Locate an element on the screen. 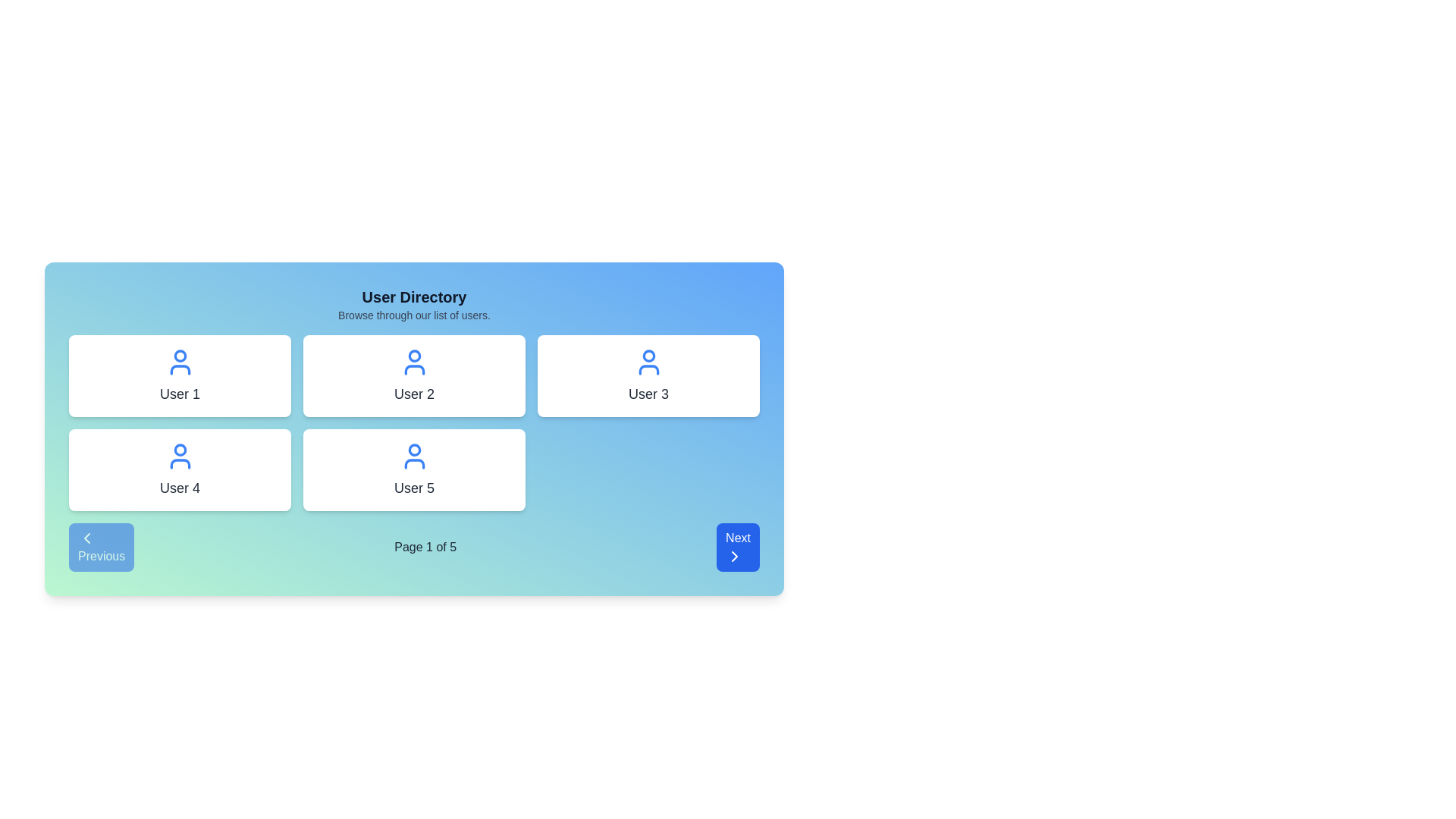 Image resolution: width=1456 pixels, height=819 pixels. the text label 'User 4' which is located in the fourth card of the grid layout, positioned in the second row, first column is located at coordinates (180, 488).